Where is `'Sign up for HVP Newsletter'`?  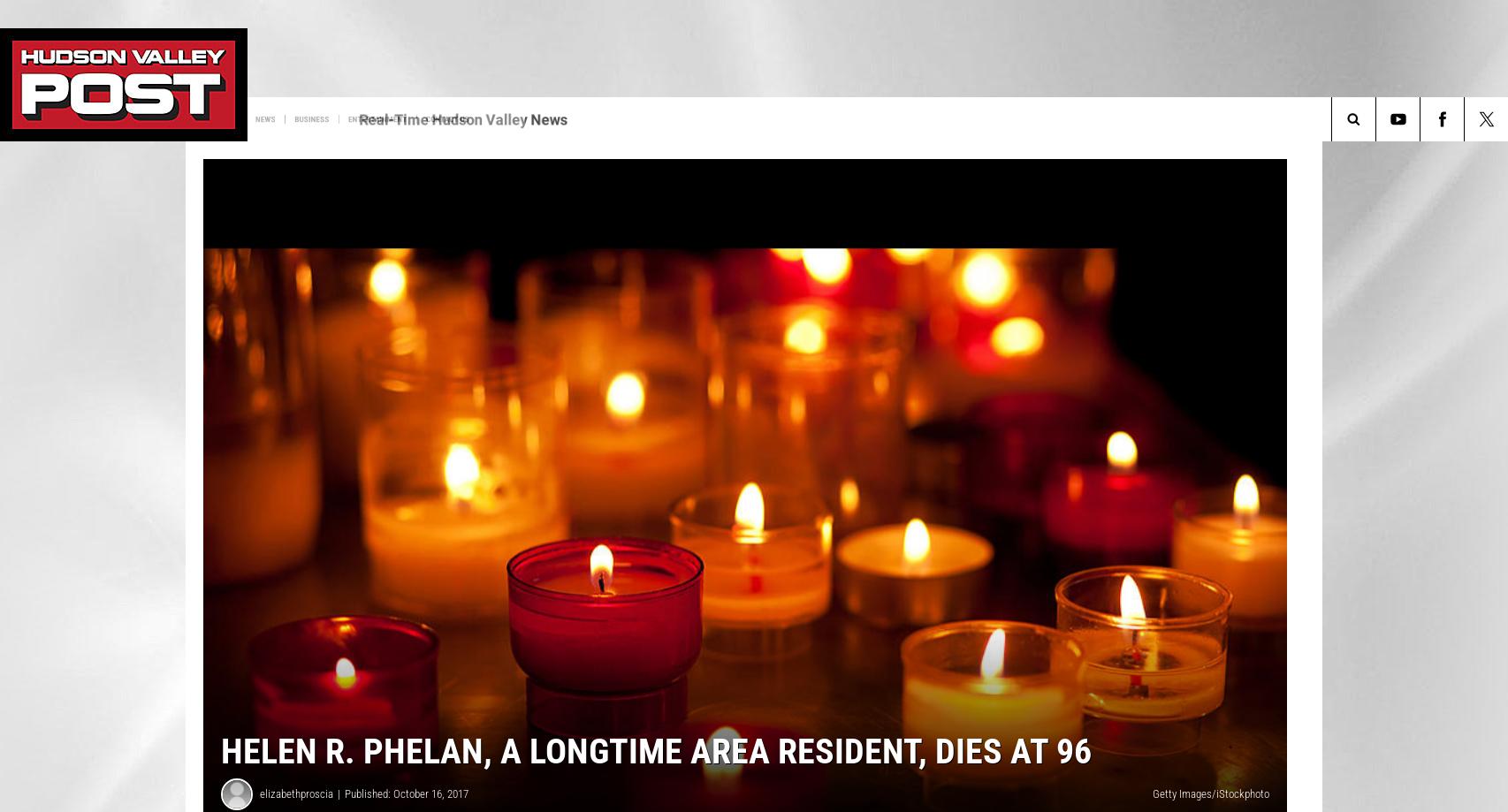 'Sign up for HVP Newsletter' is located at coordinates (331, 154).